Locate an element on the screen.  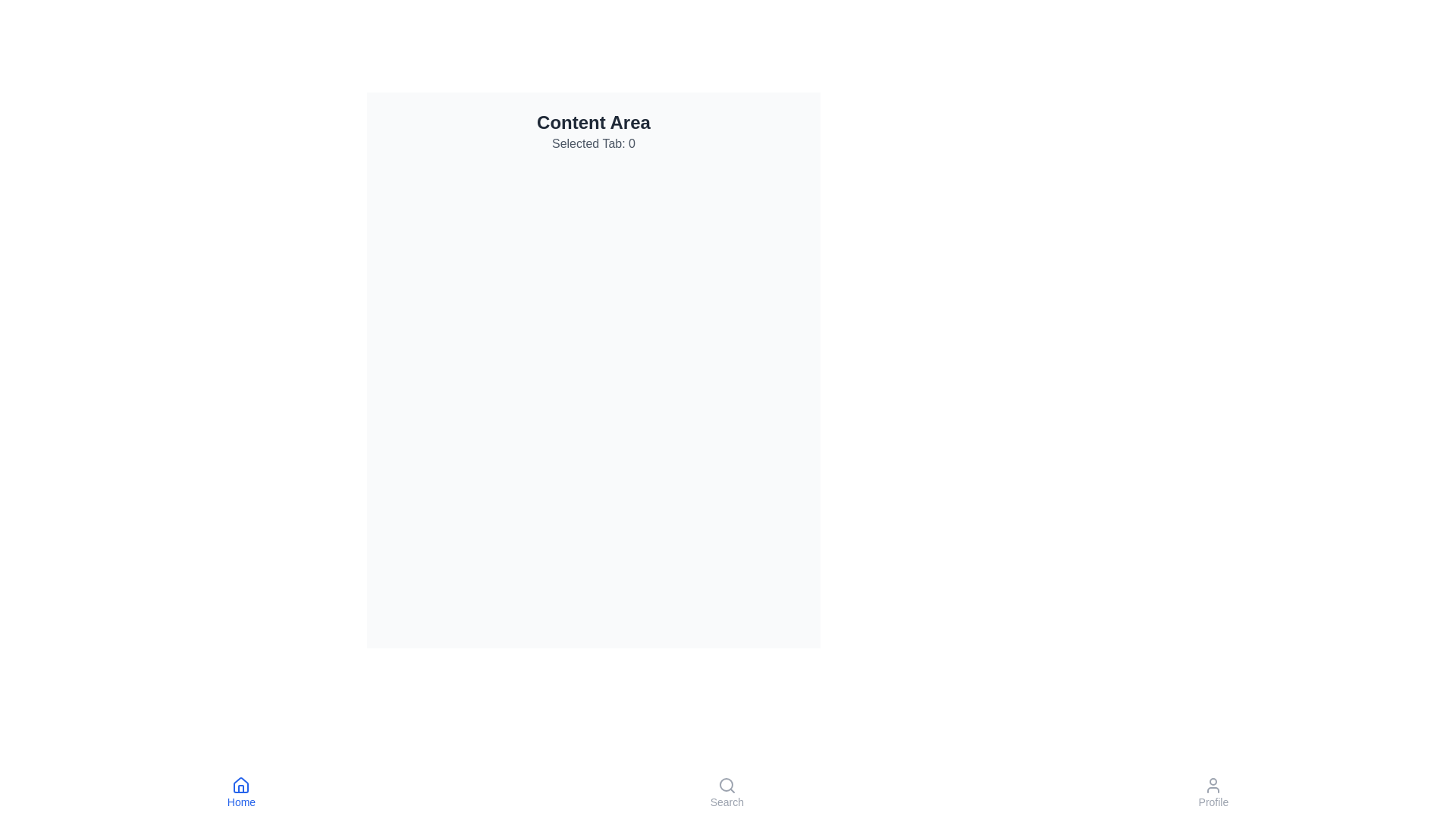
the 'Home' icon located centrally at the bottom of the interface is located at coordinates (240, 785).